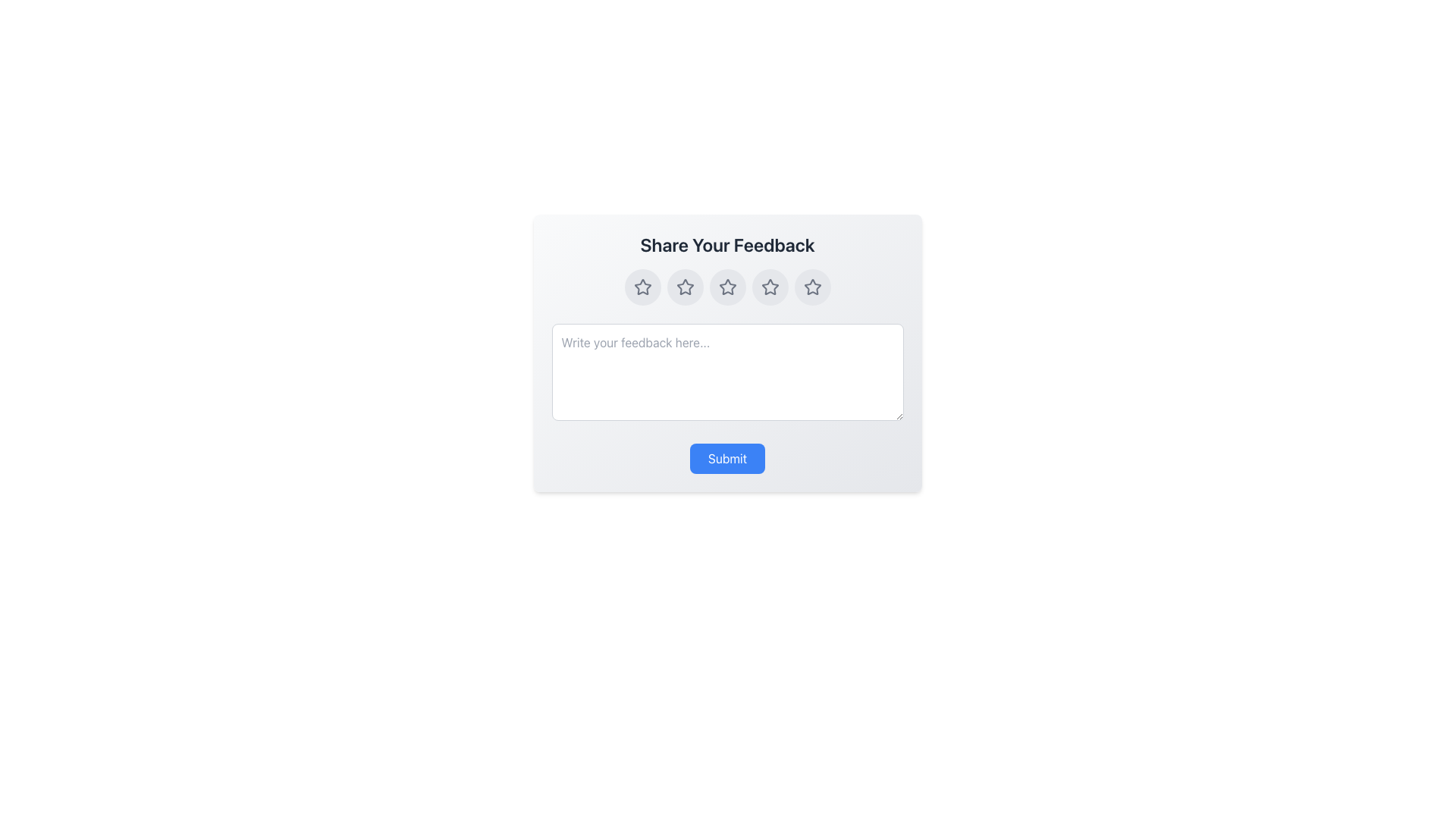  I want to click on the fifth star icon in the star-based rating system located at the far right of the row in the feedback form, so click(811, 287).